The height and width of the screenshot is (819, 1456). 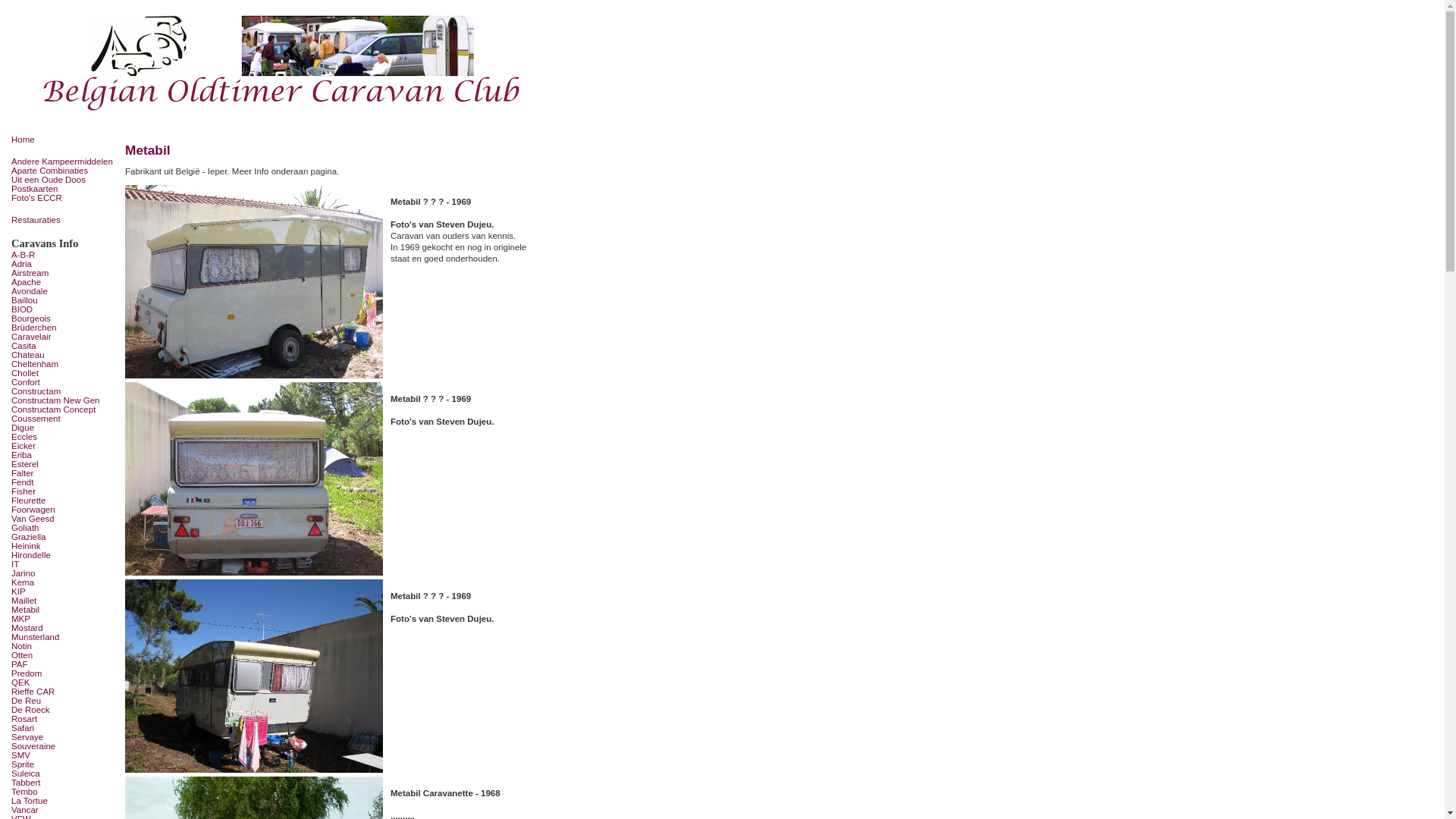 What do you see at coordinates (11, 745) in the screenshot?
I see `'Souveraine'` at bounding box center [11, 745].